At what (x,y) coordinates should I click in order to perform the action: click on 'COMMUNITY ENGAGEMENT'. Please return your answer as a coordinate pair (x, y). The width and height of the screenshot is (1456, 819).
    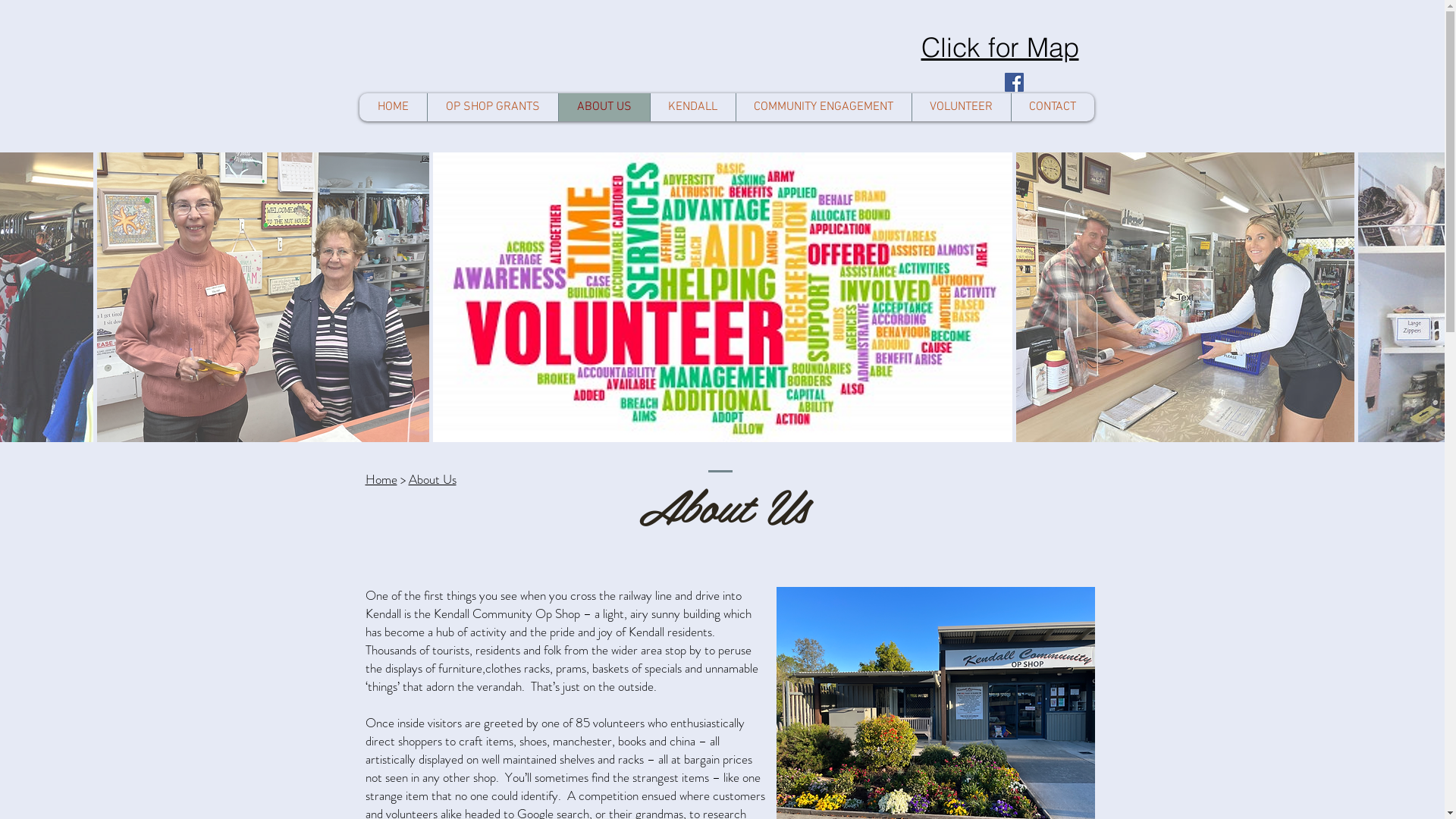
    Looking at the image, I should click on (822, 106).